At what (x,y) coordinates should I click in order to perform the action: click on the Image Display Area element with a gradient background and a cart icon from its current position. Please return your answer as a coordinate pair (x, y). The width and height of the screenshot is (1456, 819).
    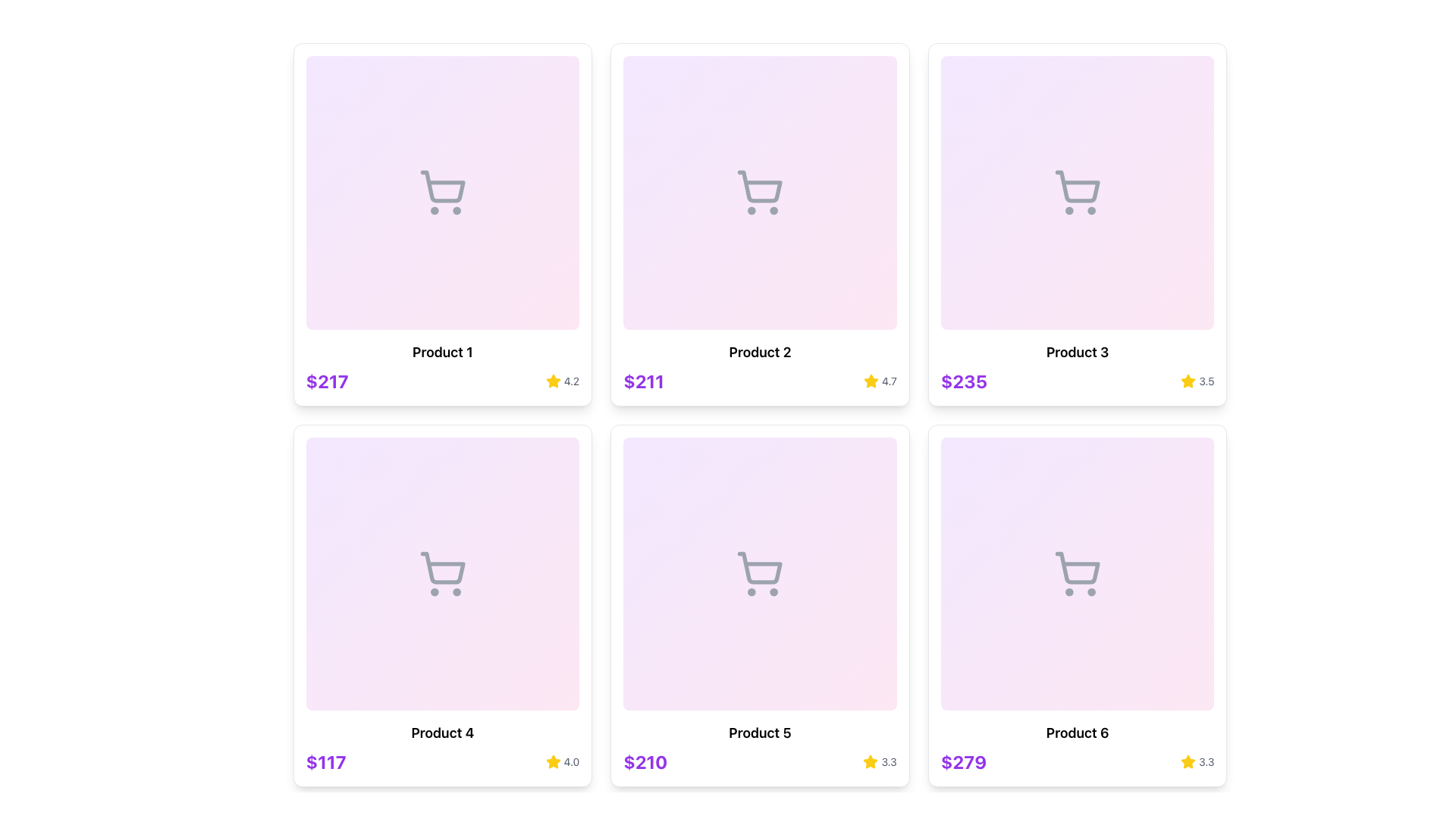
    Looking at the image, I should click on (441, 573).